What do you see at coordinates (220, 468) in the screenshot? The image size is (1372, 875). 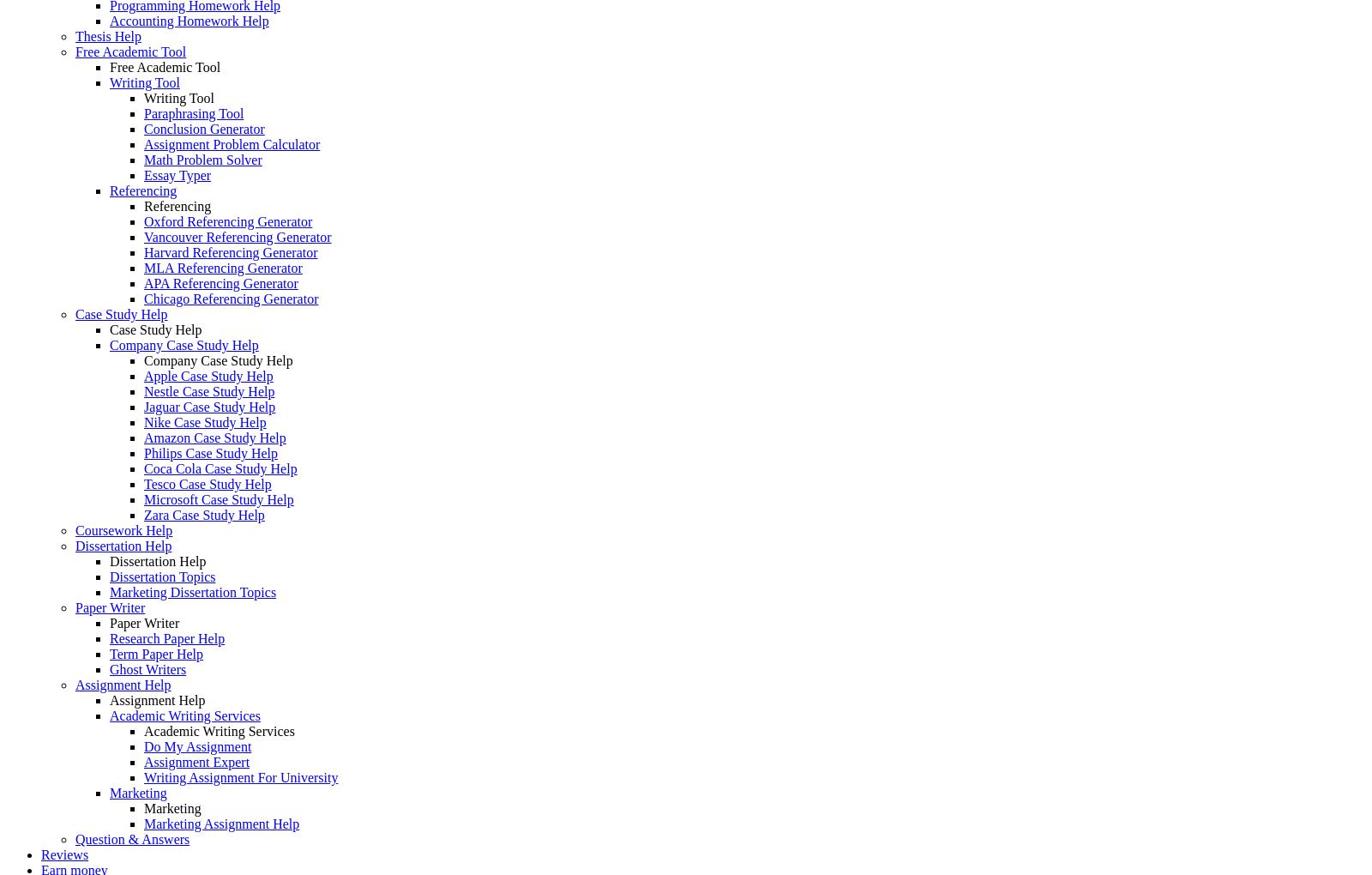 I see `'Coca Cola Case Study Help'` at bounding box center [220, 468].